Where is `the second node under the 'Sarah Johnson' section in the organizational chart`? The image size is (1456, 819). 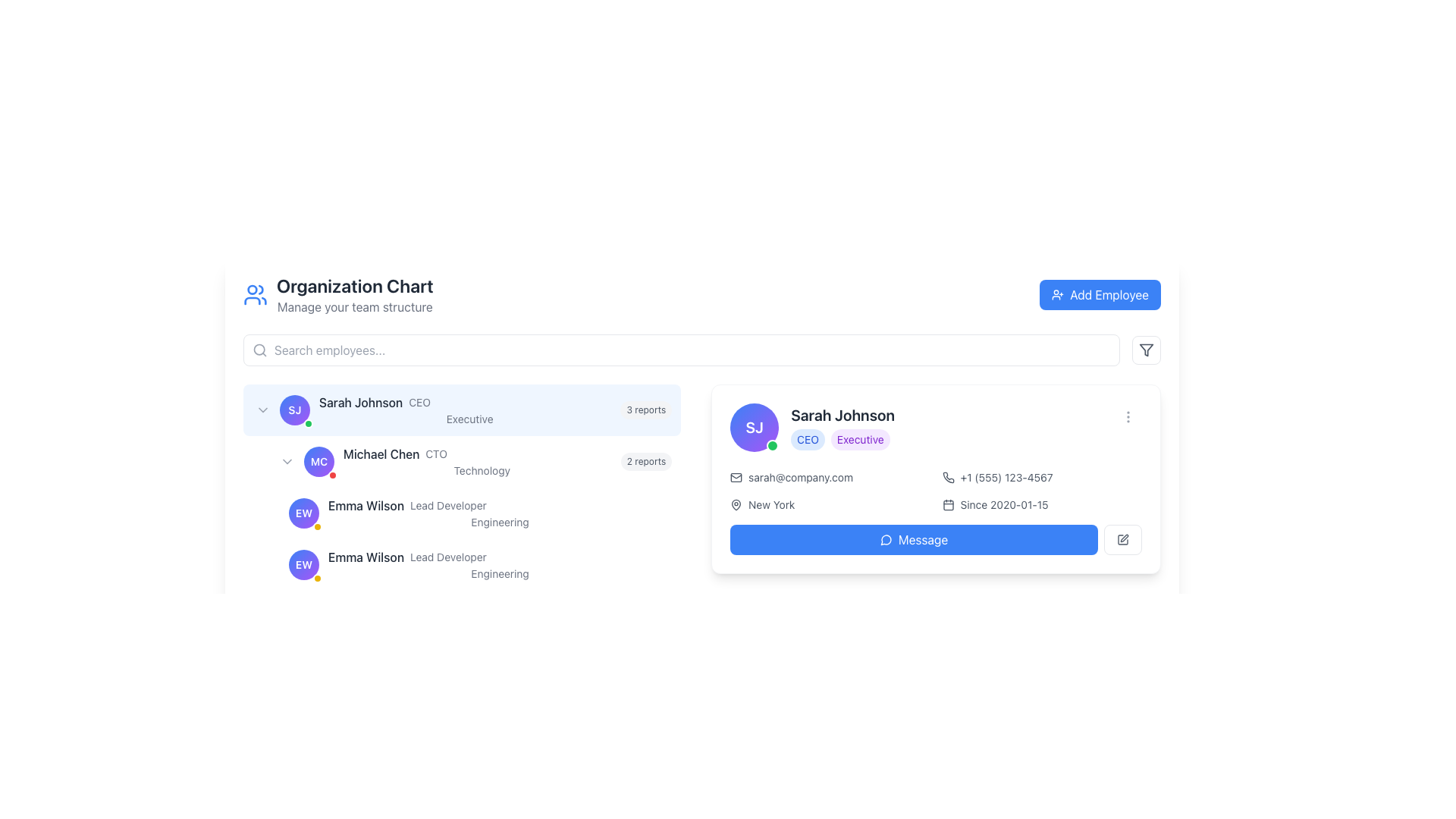
the second node under the 'Sarah Johnson' section in the organizational chart is located at coordinates (461, 488).